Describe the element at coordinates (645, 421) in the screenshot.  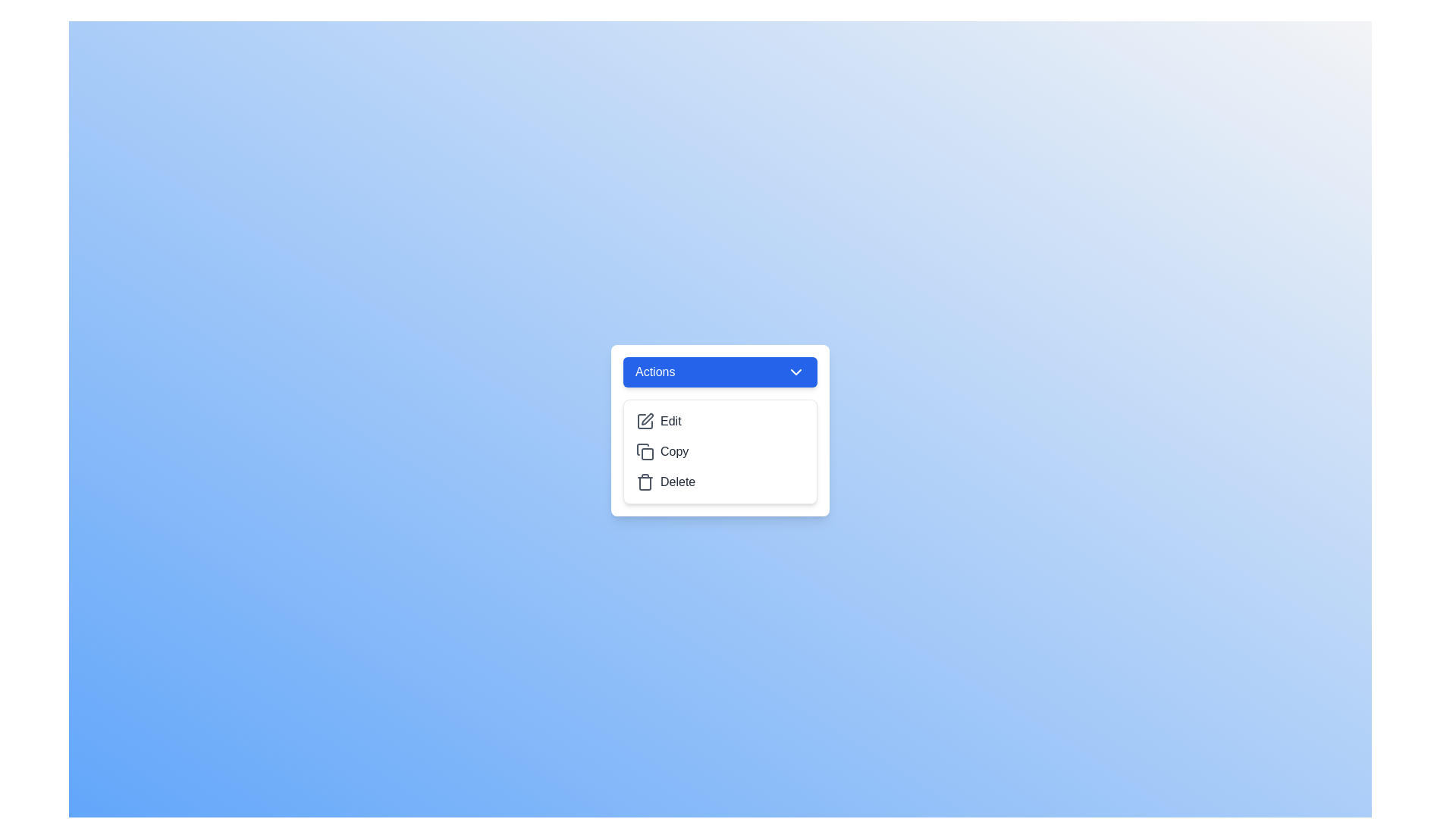
I see `the visual representation of the 'Edit' icon located within the dropdown menu under the 'Actions' button, which is aligned with the first option 'Edit'` at that location.